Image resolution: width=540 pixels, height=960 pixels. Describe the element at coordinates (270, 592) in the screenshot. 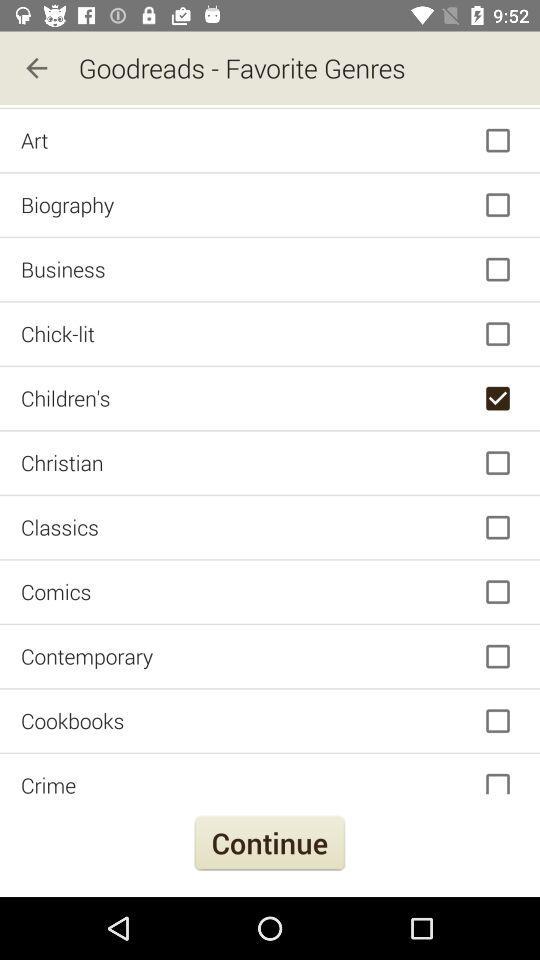

I see `the comics` at that location.